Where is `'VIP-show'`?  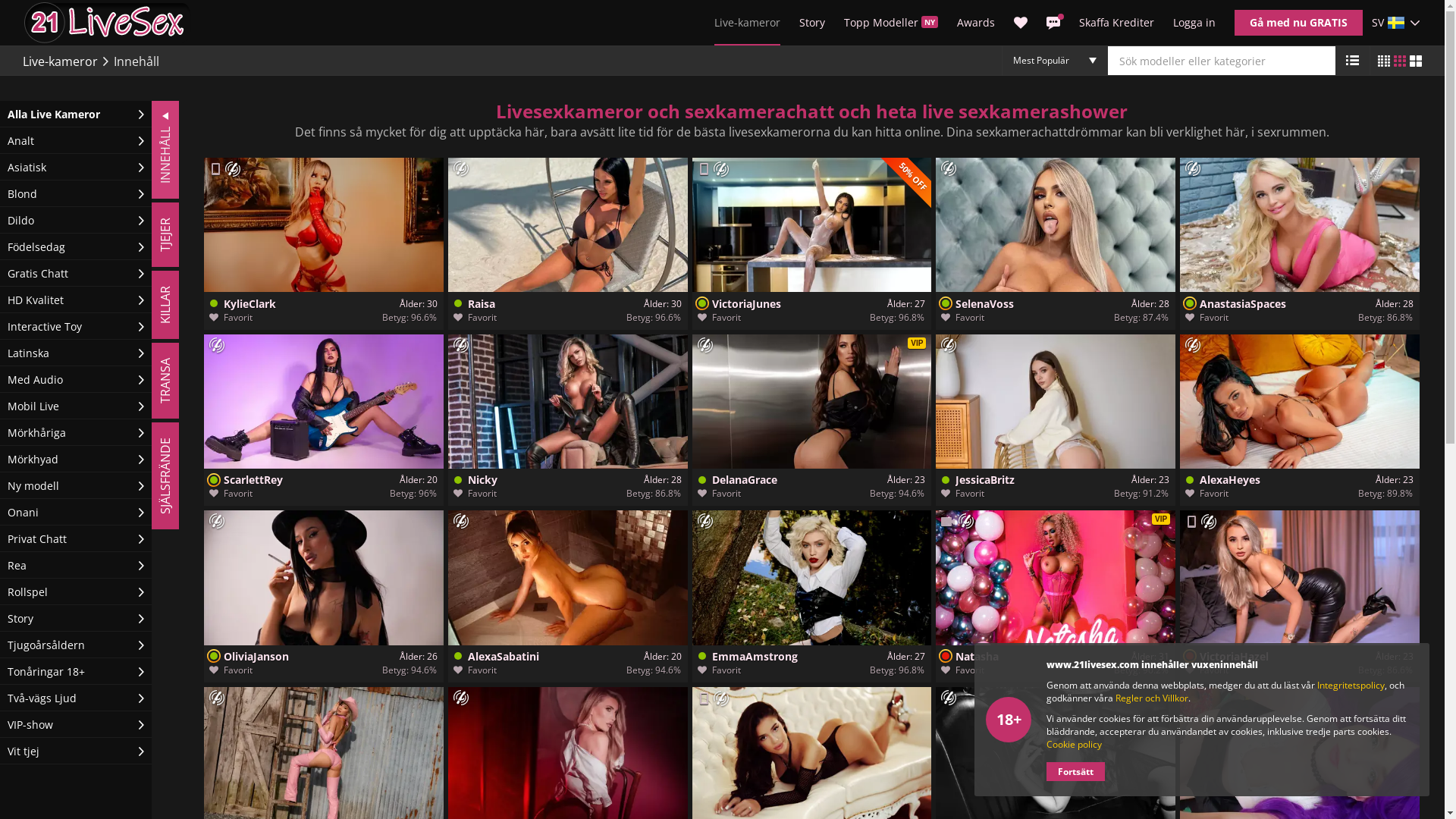 'VIP-show' is located at coordinates (0, 723).